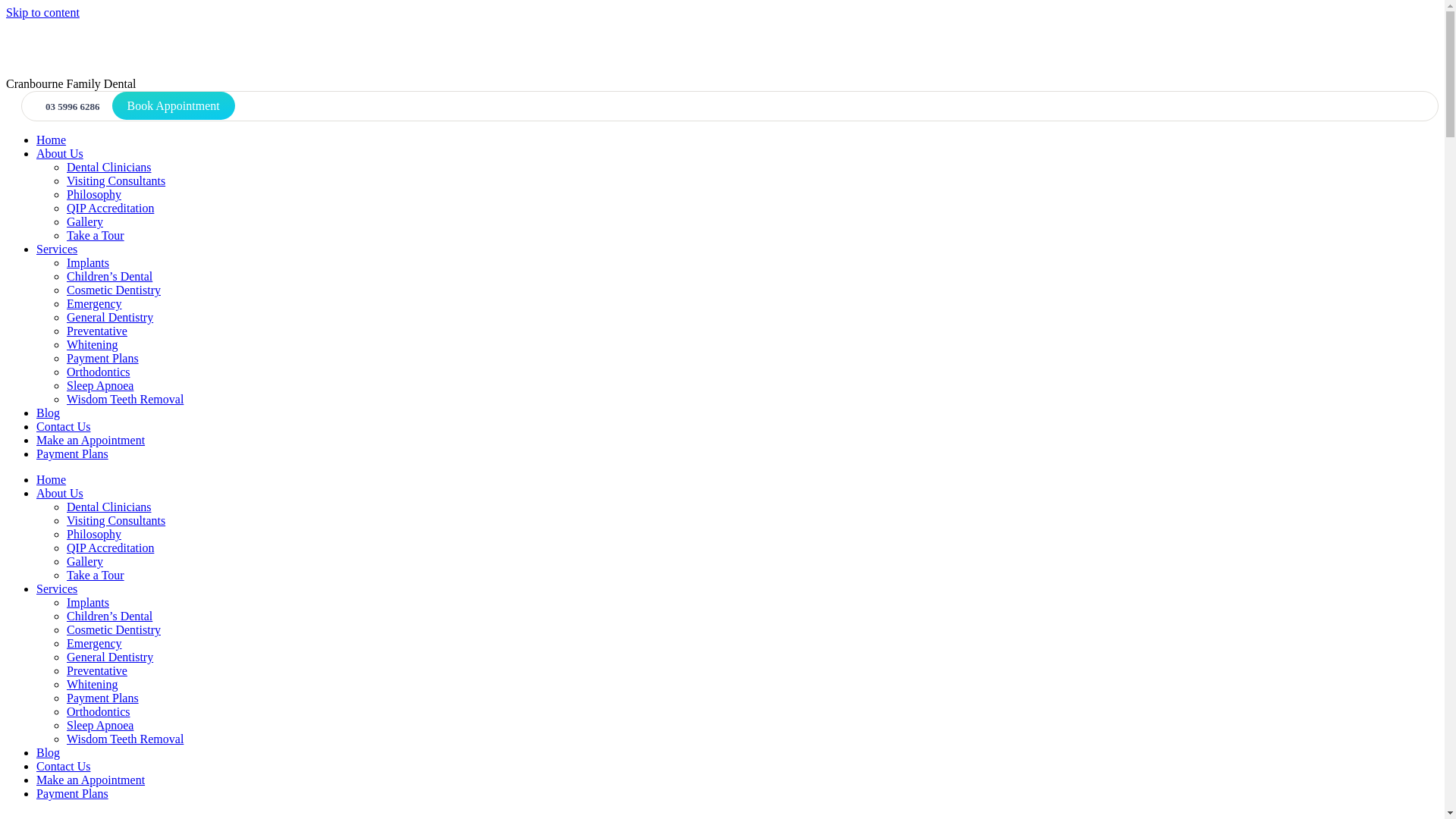 The width and height of the screenshot is (1456, 819). What do you see at coordinates (109, 548) in the screenshot?
I see `'QIP Accreditation'` at bounding box center [109, 548].